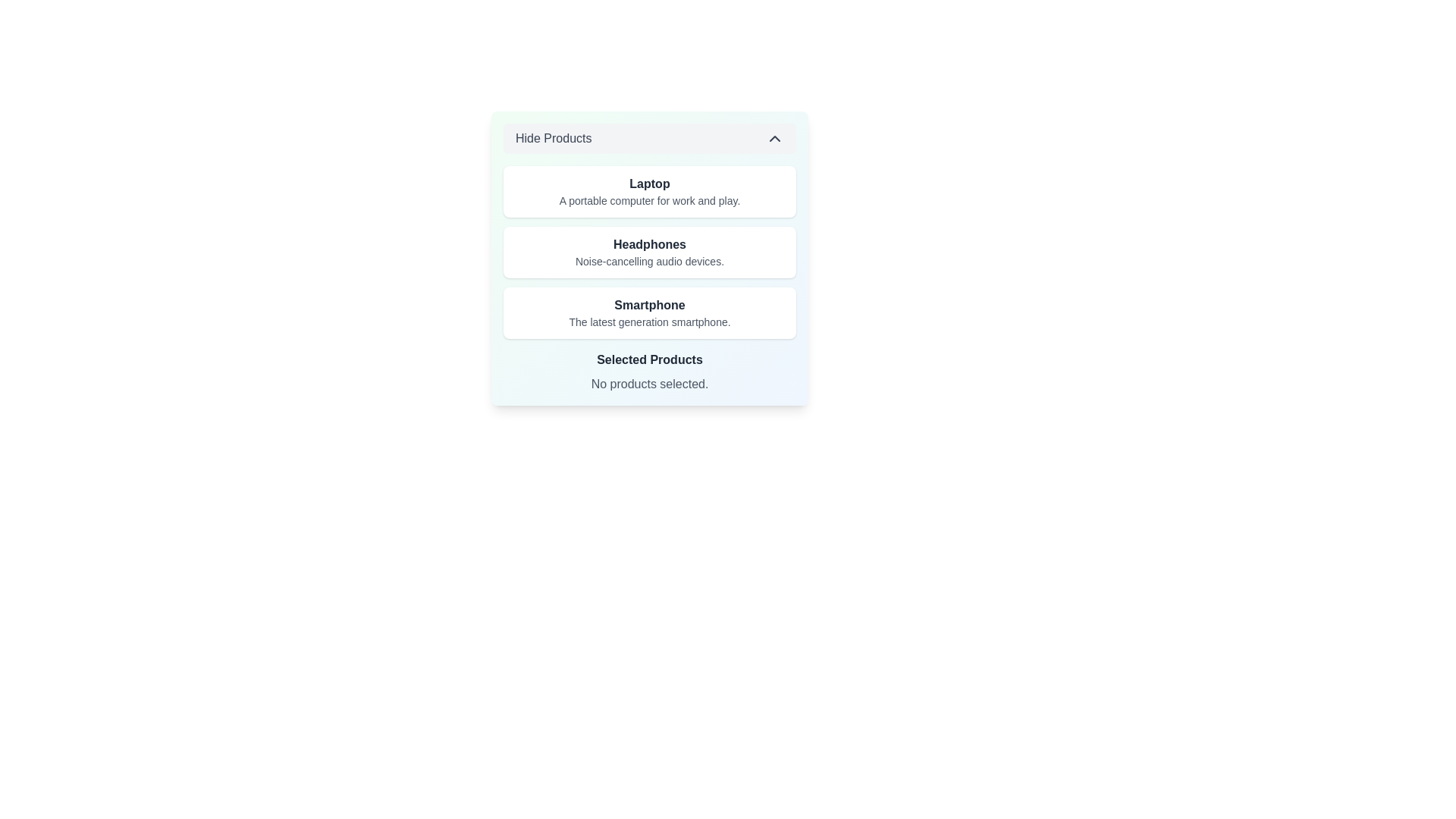 This screenshot has height=819, width=1456. I want to click on text label indicating the 'Headphones' section, which serves as the title for the category, located above the description 'Noise-cancelling audio devices.', so click(650, 244).